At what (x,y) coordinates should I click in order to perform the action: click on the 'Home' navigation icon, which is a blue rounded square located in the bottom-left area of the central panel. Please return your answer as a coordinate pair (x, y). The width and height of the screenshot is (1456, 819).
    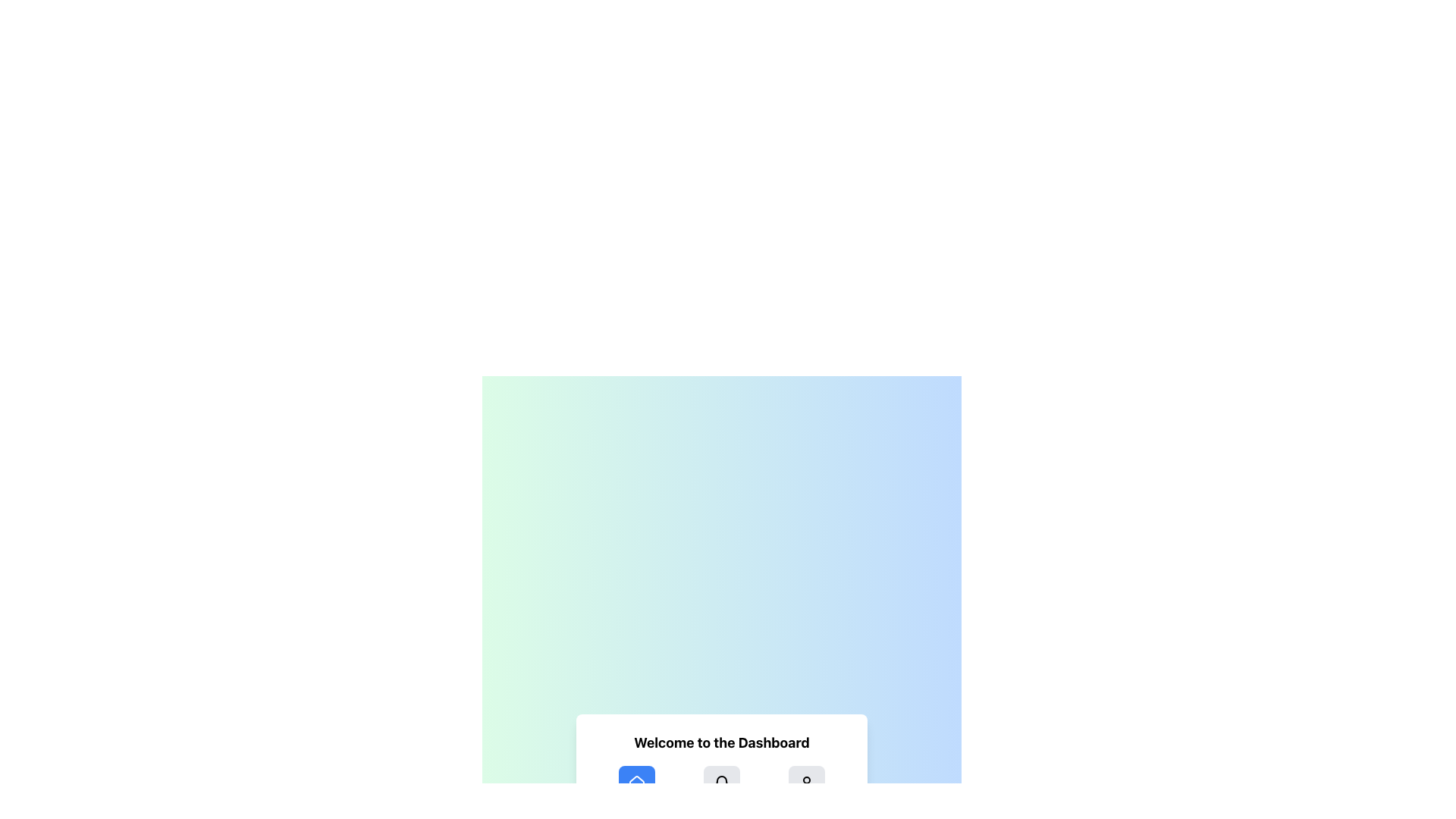
    Looking at the image, I should click on (637, 783).